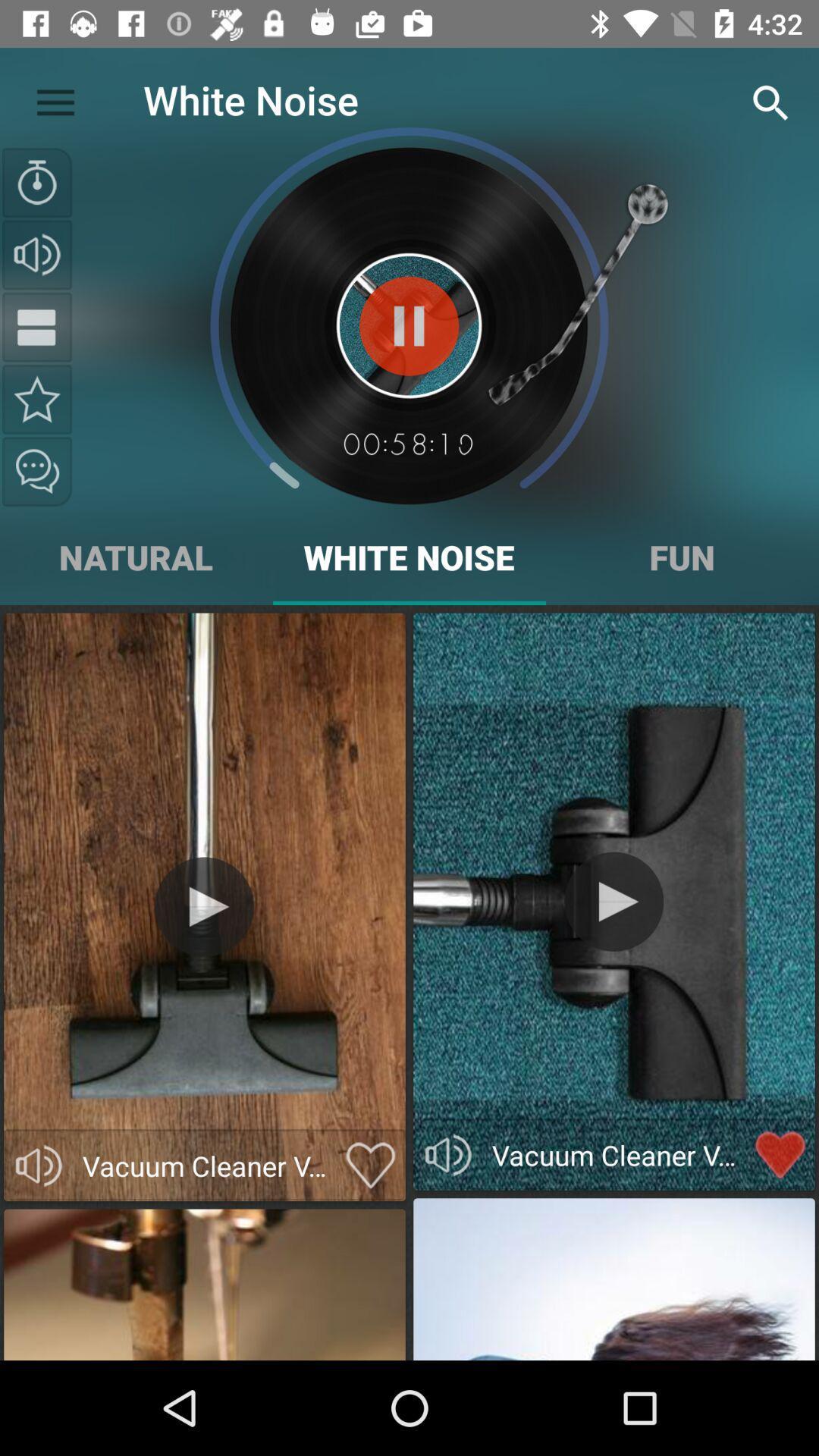 This screenshot has width=819, height=1456. What do you see at coordinates (36, 399) in the screenshot?
I see `the star icon` at bounding box center [36, 399].